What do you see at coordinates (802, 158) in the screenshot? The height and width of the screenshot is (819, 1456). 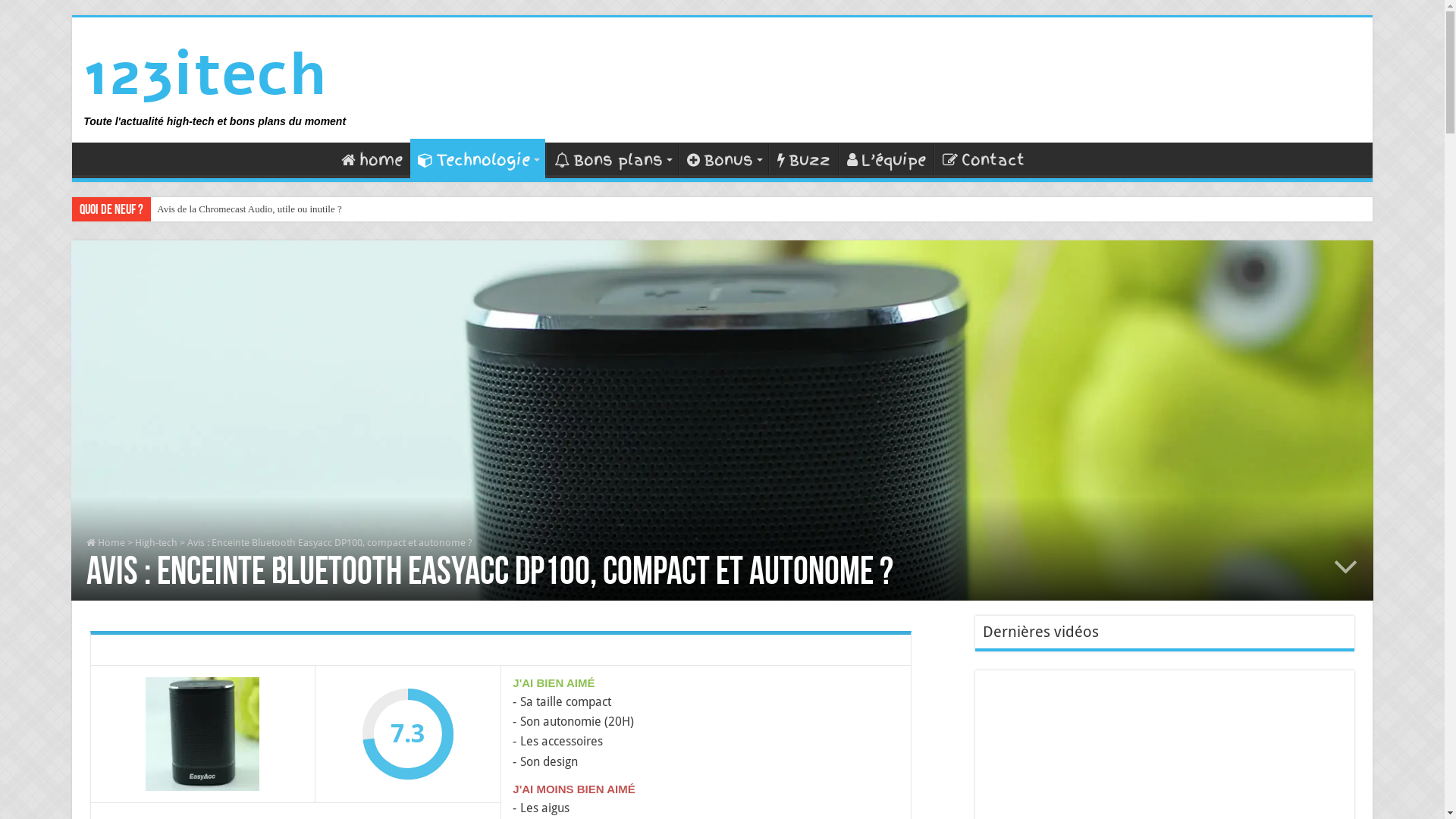 I see `'Buzz'` at bounding box center [802, 158].